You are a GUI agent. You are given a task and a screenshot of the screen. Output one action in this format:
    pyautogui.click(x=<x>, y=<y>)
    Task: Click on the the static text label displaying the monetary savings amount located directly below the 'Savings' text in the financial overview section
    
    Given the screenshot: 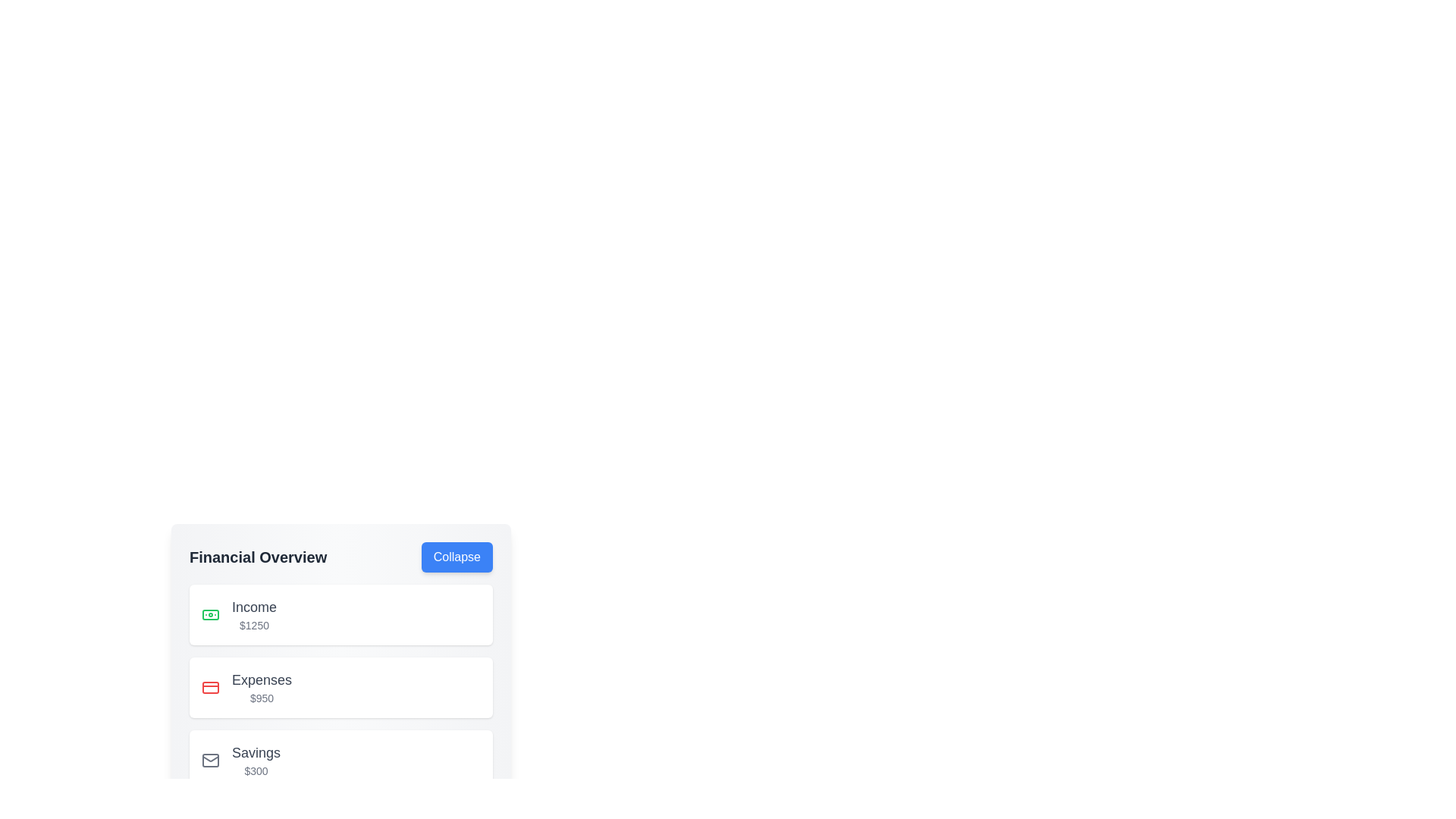 What is the action you would take?
    pyautogui.click(x=256, y=771)
    